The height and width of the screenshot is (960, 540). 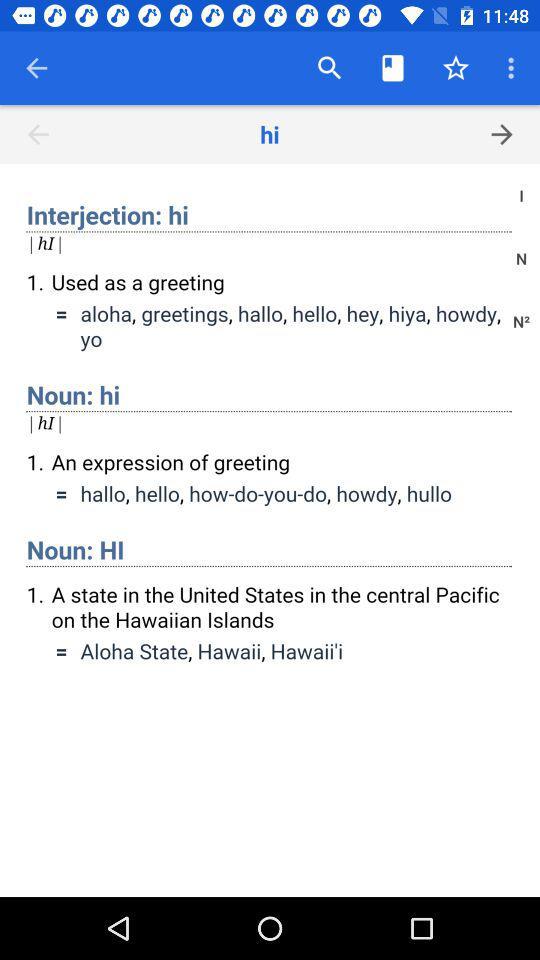 What do you see at coordinates (38, 133) in the screenshot?
I see `the arrow_backward icon` at bounding box center [38, 133].